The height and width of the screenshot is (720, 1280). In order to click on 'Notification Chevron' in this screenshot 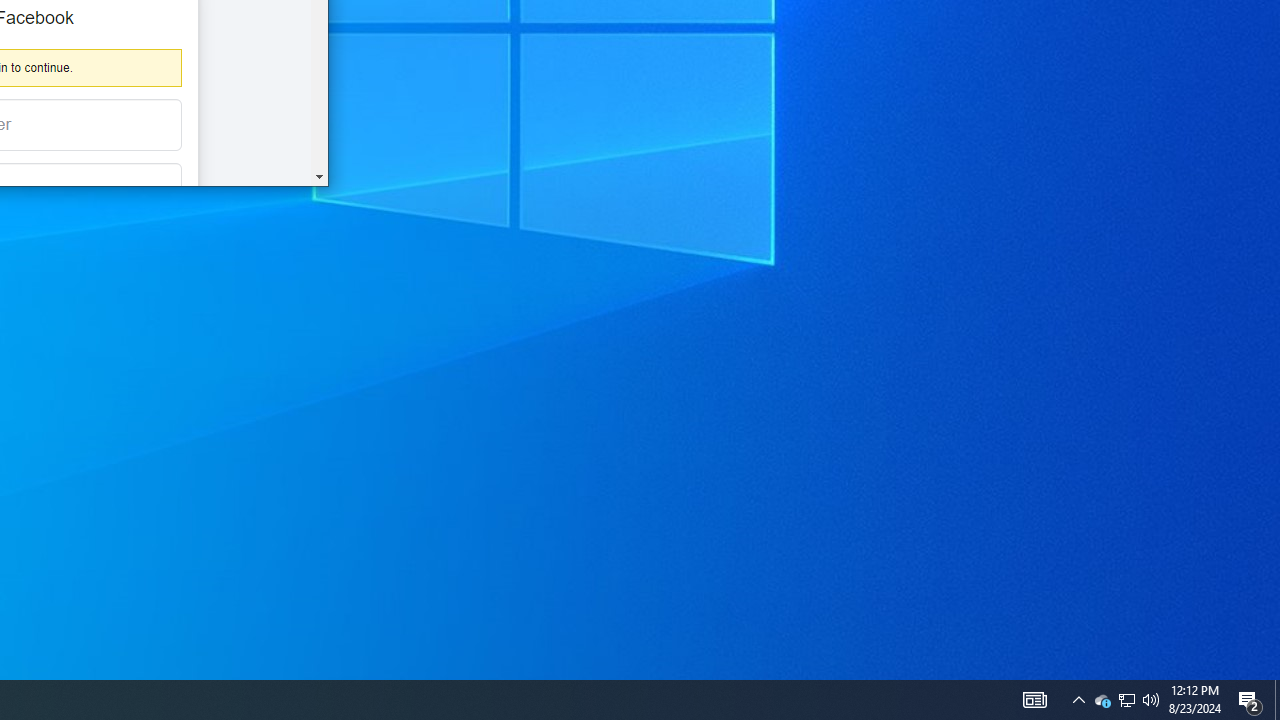, I will do `click(1078, 698)`.